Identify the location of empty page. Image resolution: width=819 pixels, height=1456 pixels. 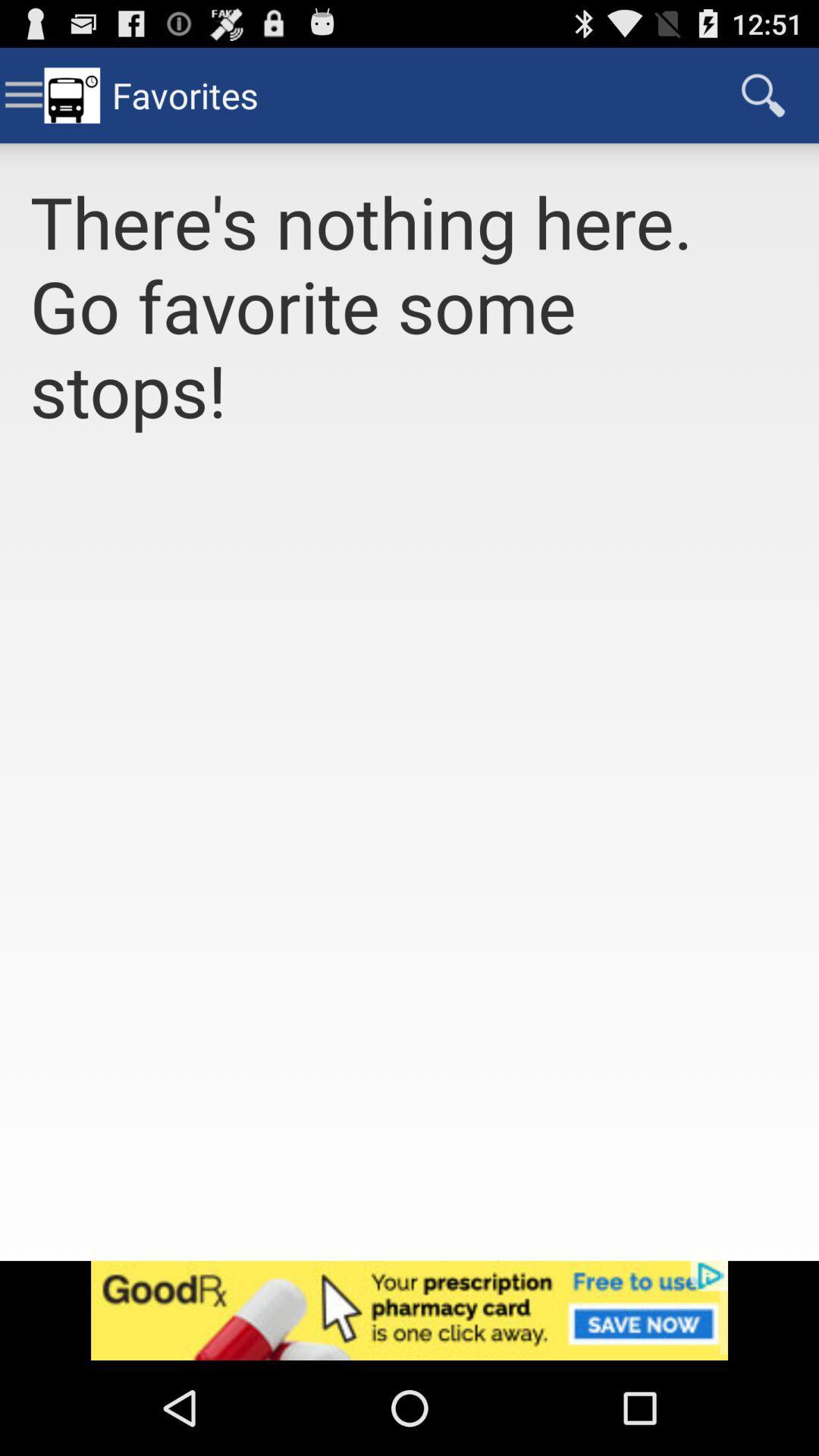
(409, 864).